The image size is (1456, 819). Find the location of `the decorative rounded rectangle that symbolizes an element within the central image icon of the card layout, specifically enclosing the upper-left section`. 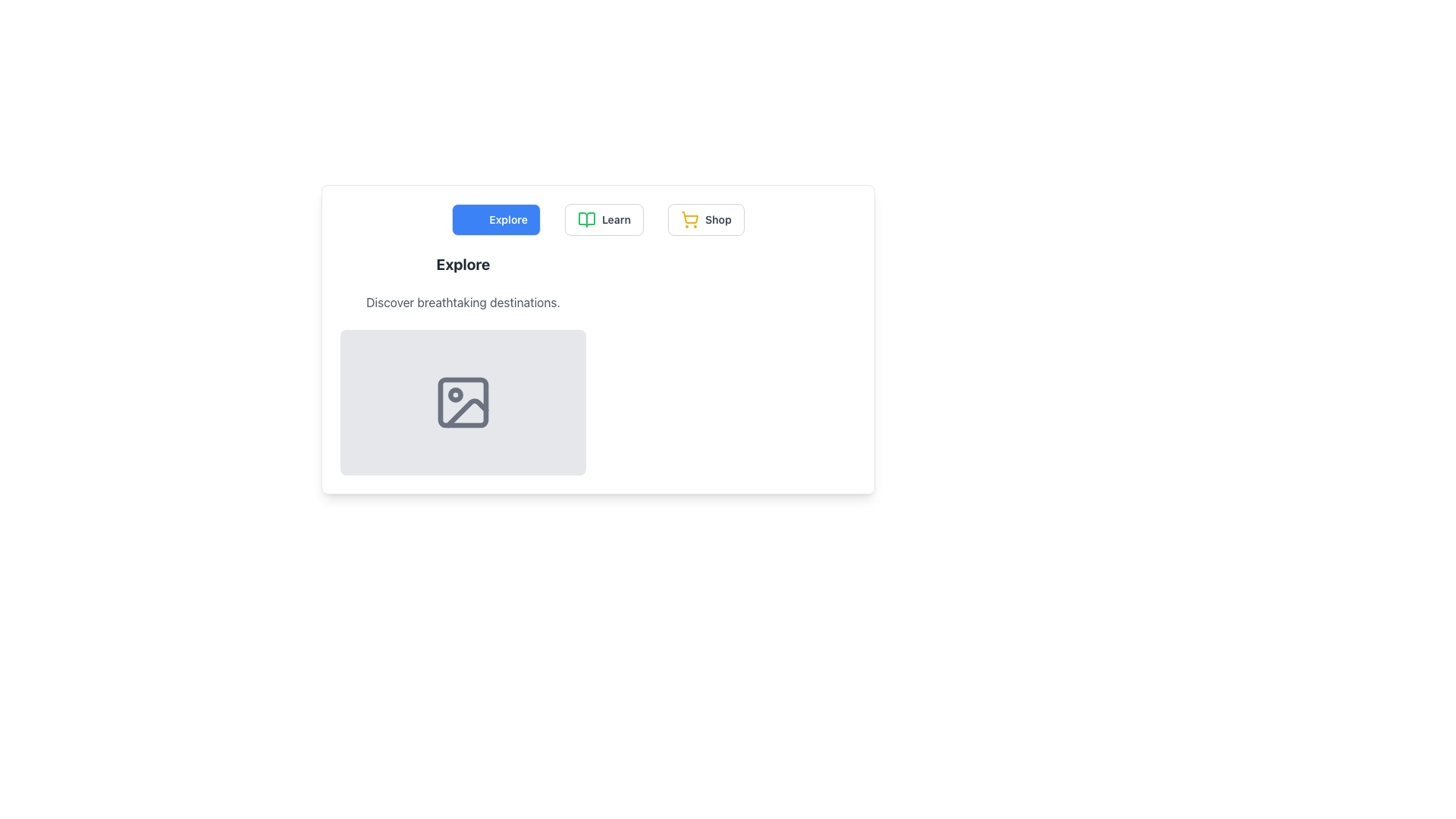

the decorative rounded rectangle that symbolizes an element within the central image icon of the card layout, specifically enclosing the upper-left section is located at coordinates (462, 402).